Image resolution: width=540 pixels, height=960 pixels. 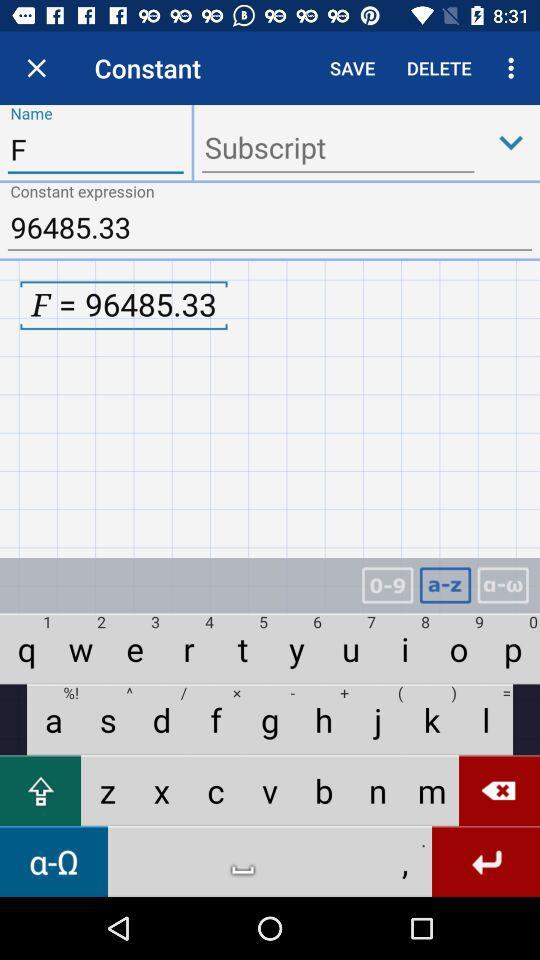 I want to click on the expand_more icon, so click(x=511, y=141).